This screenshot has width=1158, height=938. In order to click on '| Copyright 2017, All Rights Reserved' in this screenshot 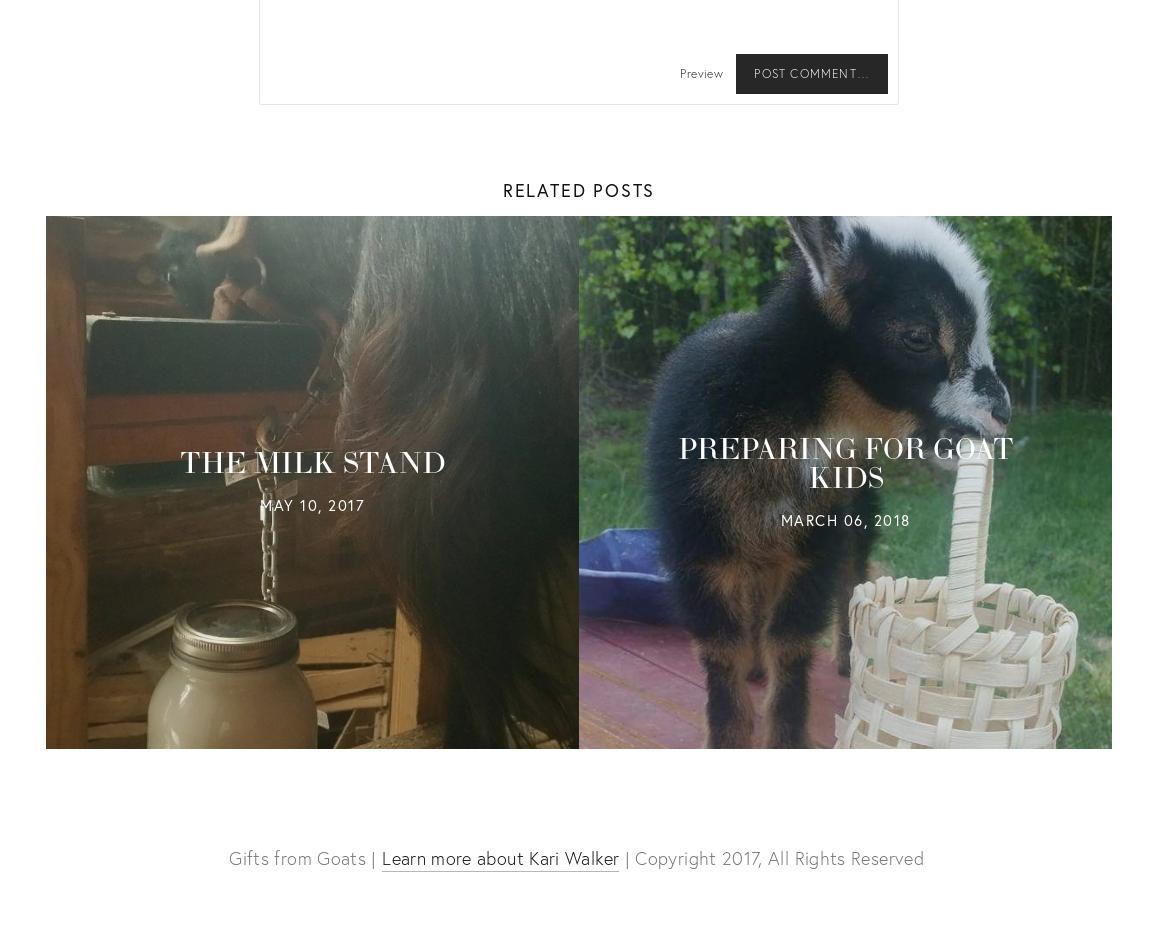, I will do `click(770, 856)`.